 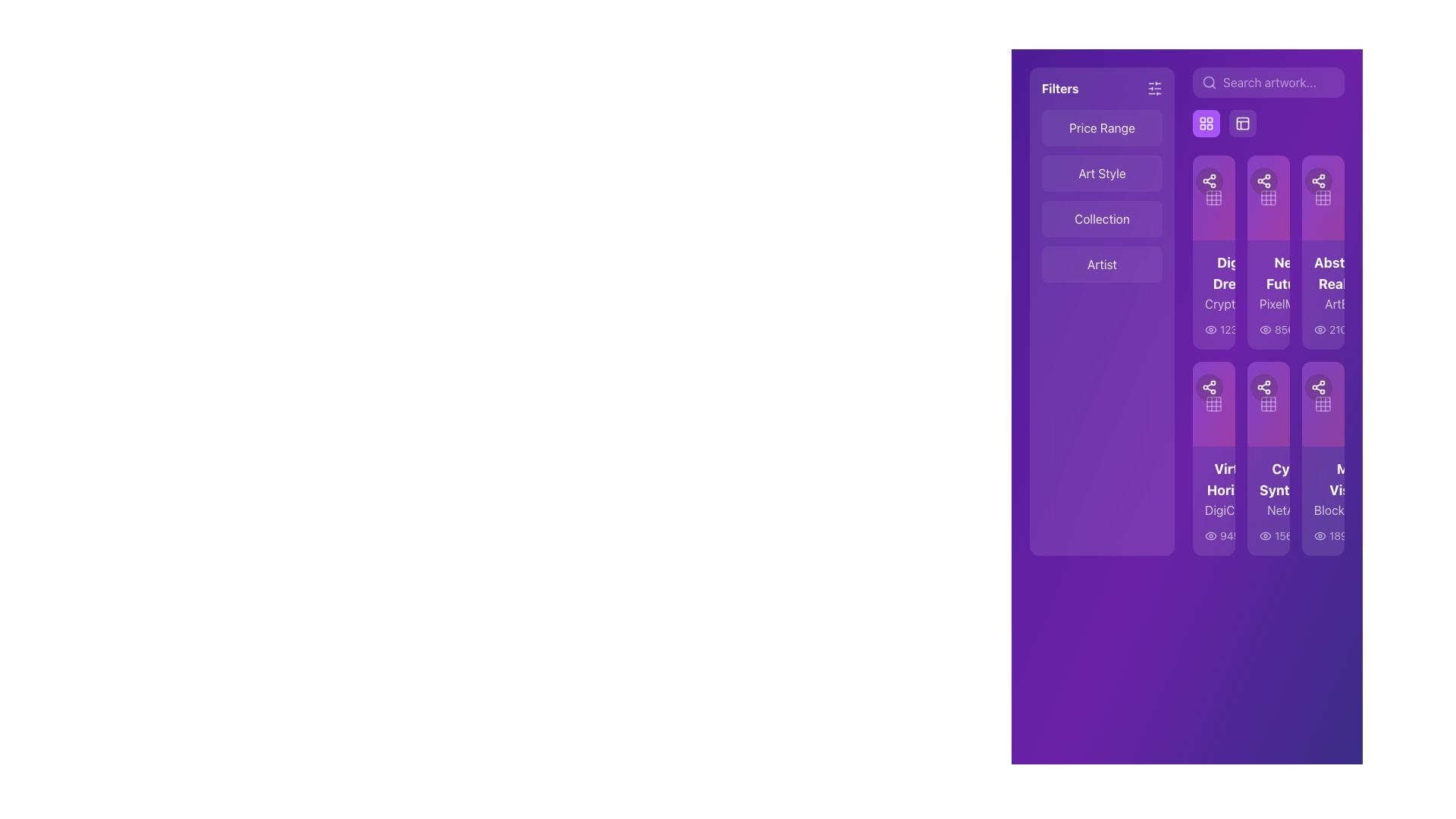 I want to click on the informative circle icon button located to the far right of the numerical value, so click(x=1327, y=329).